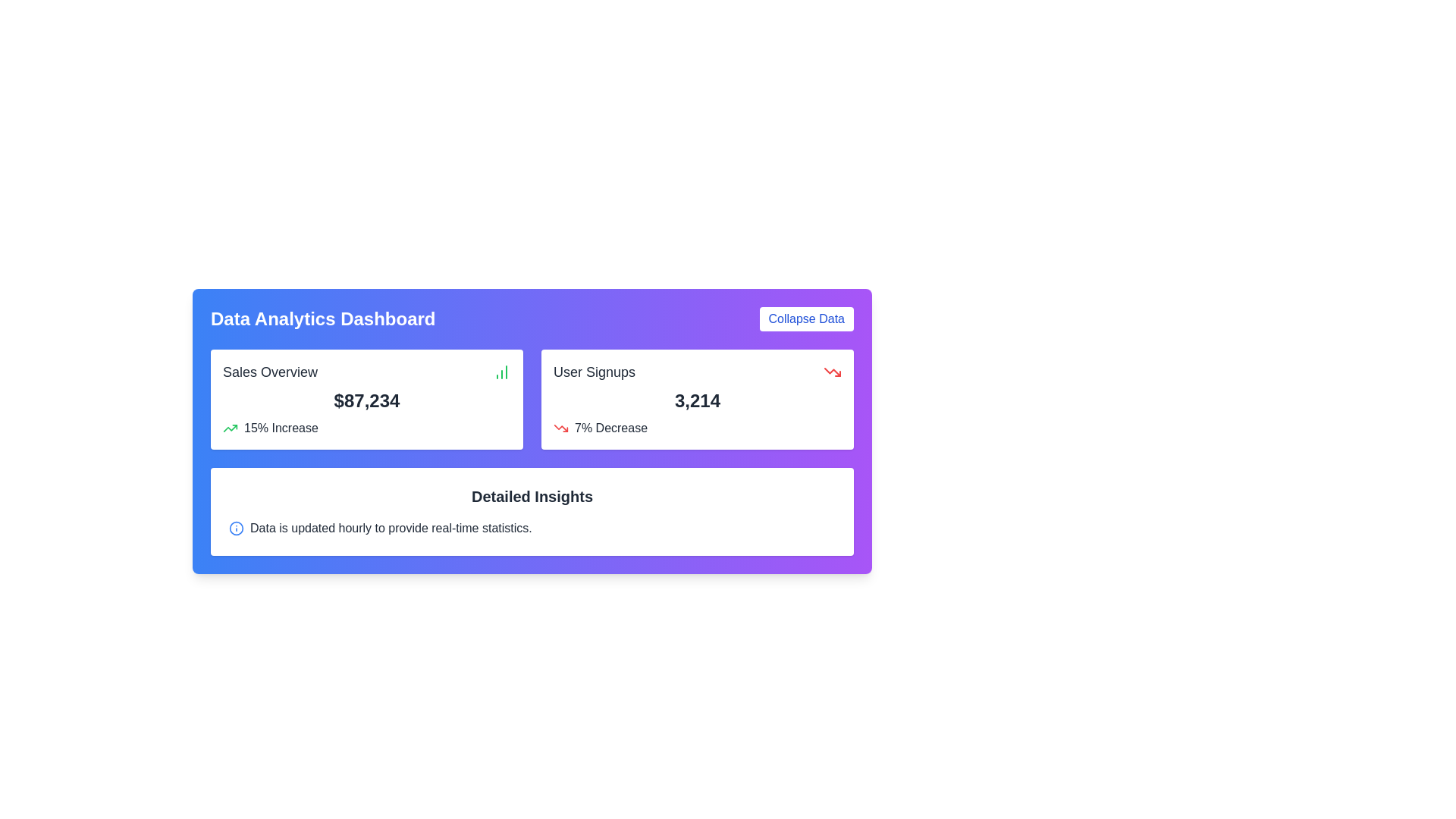  I want to click on the text label displaying '7% Decrease', which is located within the 'User Signups' card on the dashboard, positioned below the number '3,214' and next to a red downward arrow icon, so click(611, 428).